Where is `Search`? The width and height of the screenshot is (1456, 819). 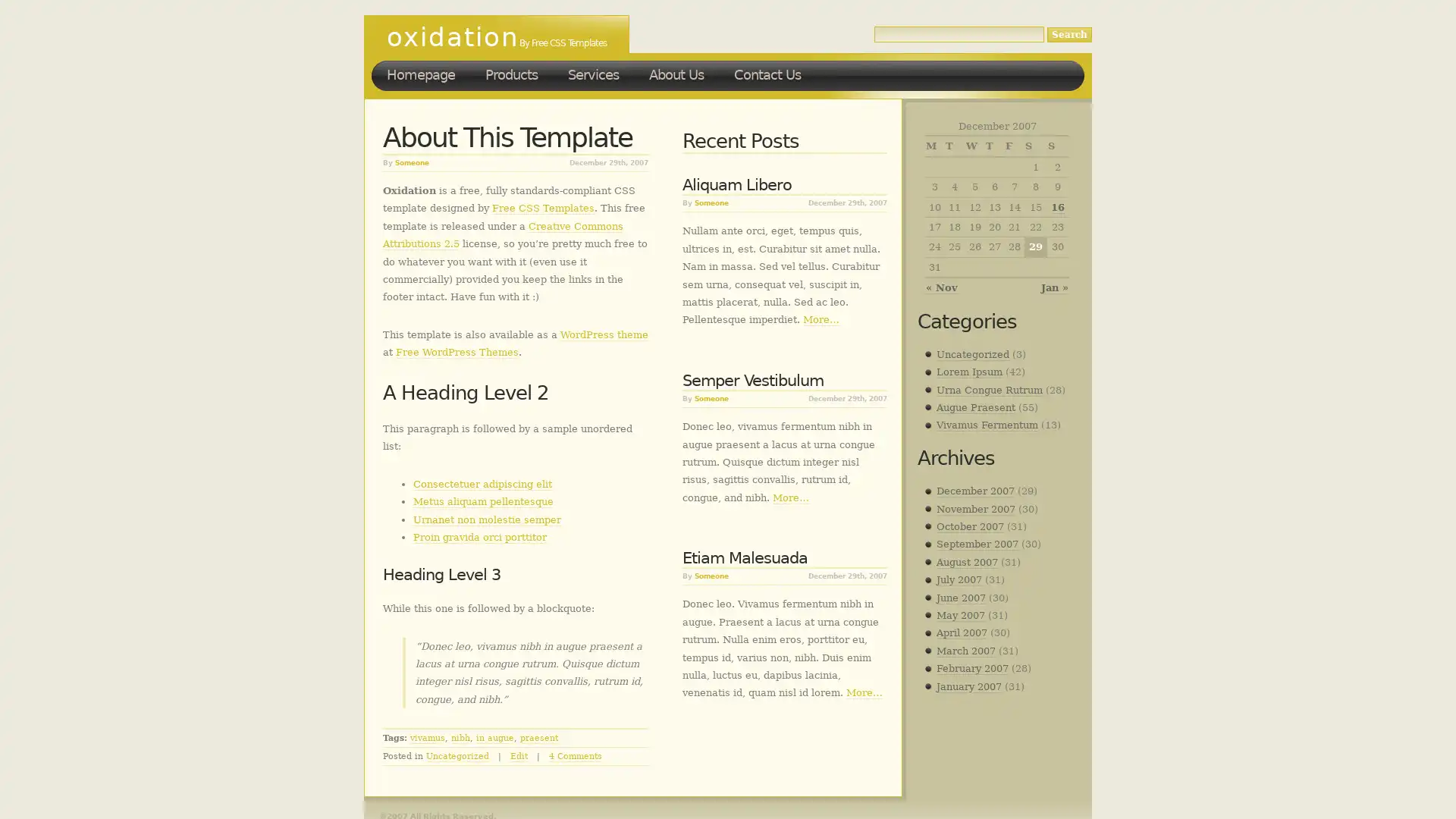
Search is located at coordinates (1068, 34).